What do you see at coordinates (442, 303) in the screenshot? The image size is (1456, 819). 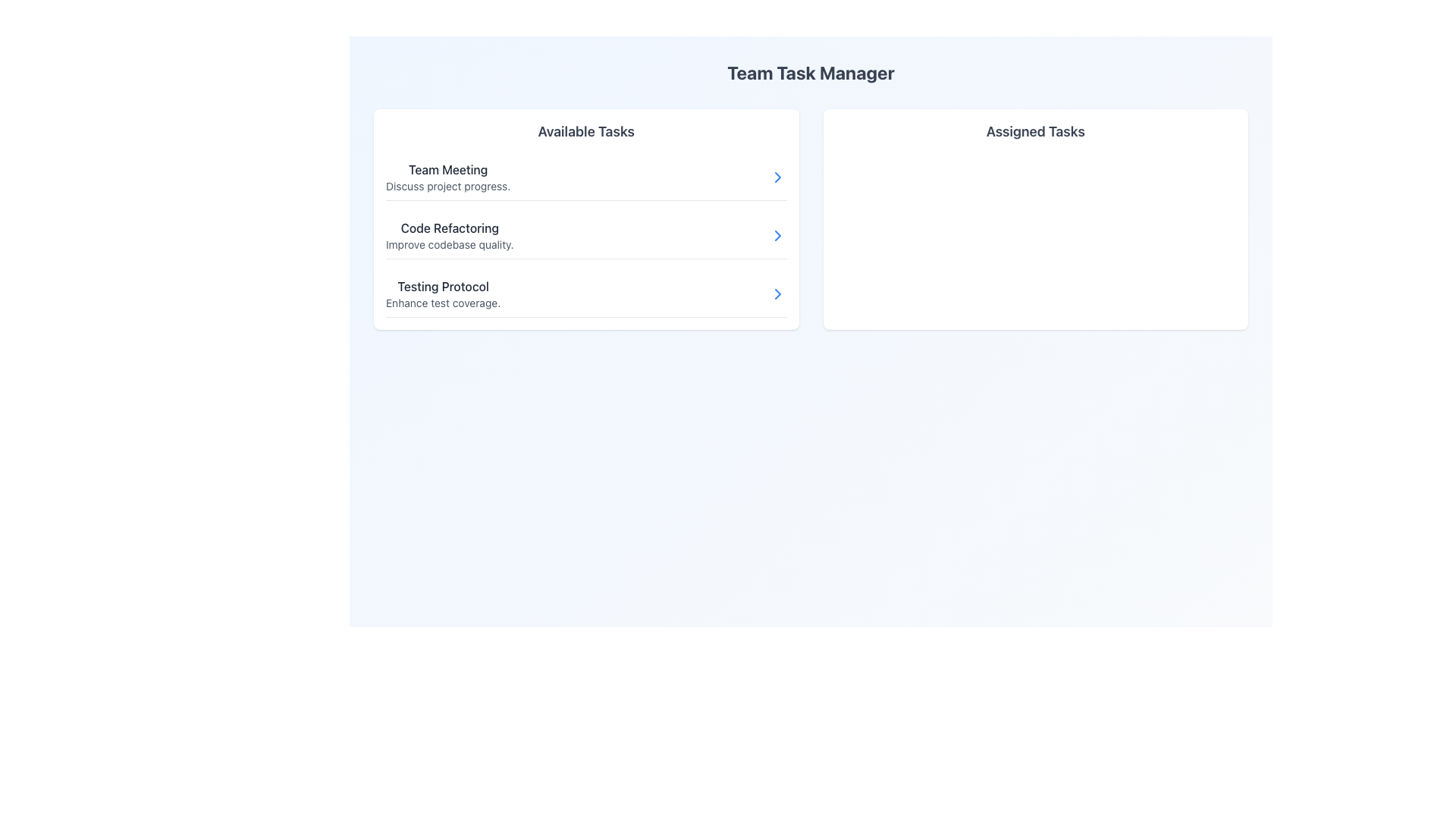 I see `text label displaying 'Enhance test coverage.' which is located beneath the bolded text 'Testing Protocol' in the 'Available Tasks' section` at bounding box center [442, 303].